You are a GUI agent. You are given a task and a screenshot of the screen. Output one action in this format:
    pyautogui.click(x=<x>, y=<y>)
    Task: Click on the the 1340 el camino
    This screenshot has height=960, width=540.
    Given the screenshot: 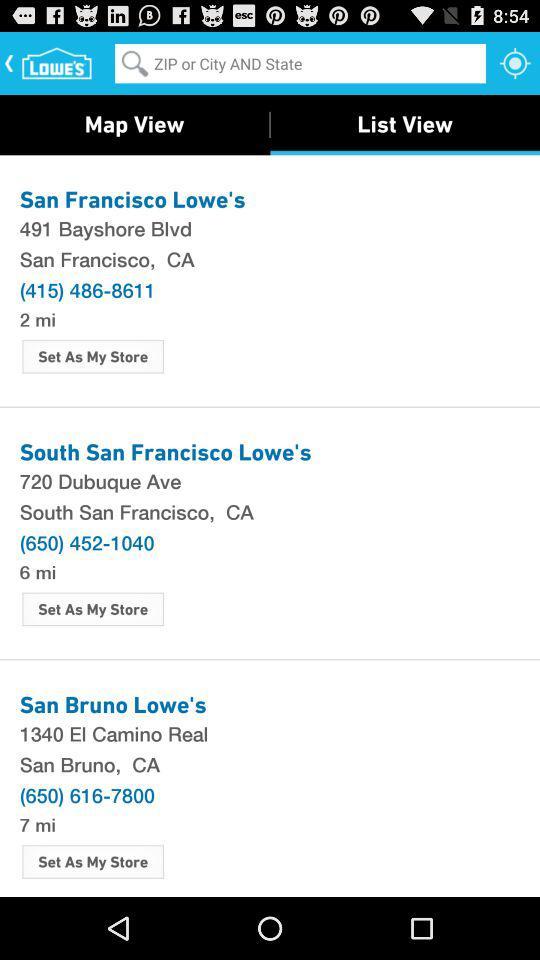 What is the action you would take?
    pyautogui.click(x=270, y=732)
    